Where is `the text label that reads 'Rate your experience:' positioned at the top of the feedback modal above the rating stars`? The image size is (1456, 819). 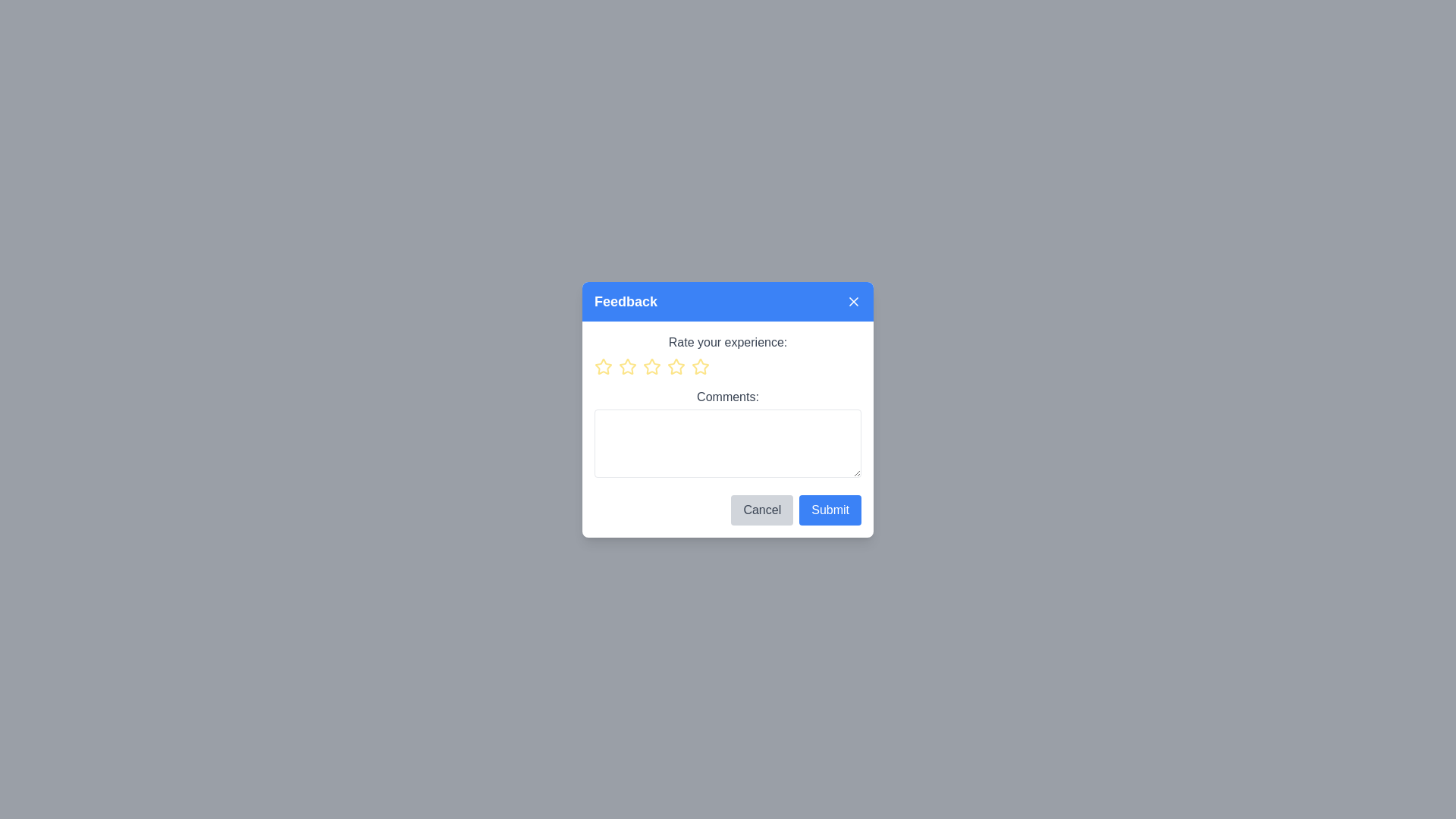
the text label that reads 'Rate your experience:' positioned at the top of the feedback modal above the rating stars is located at coordinates (728, 342).